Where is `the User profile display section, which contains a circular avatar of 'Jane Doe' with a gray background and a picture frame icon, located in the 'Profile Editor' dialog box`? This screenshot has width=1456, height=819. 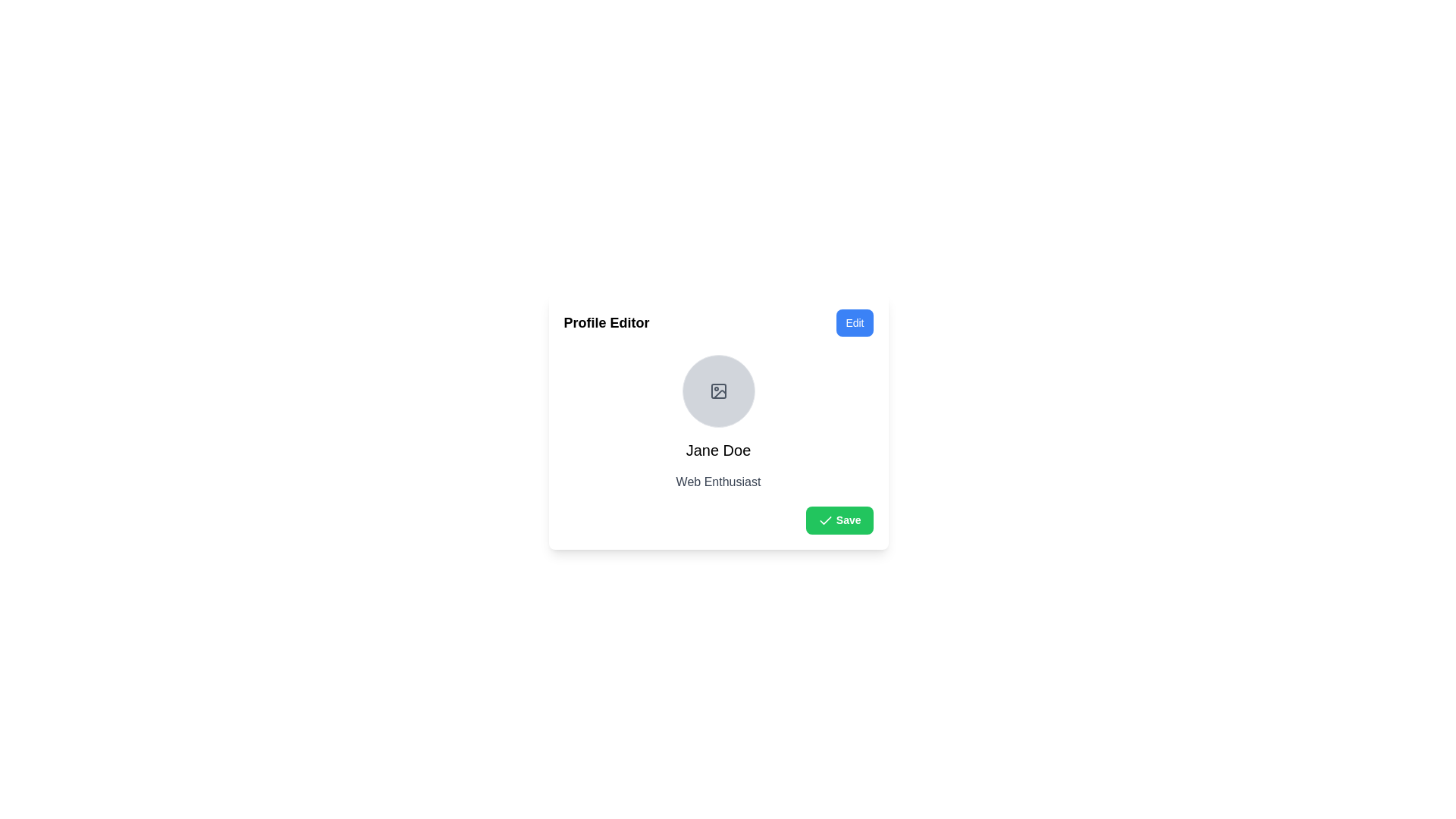
the User profile display section, which contains a circular avatar of 'Jane Doe' with a gray background and a picture frame icon, located in the 'Profile Editor' dialog box is located at coordinates (717, 423).